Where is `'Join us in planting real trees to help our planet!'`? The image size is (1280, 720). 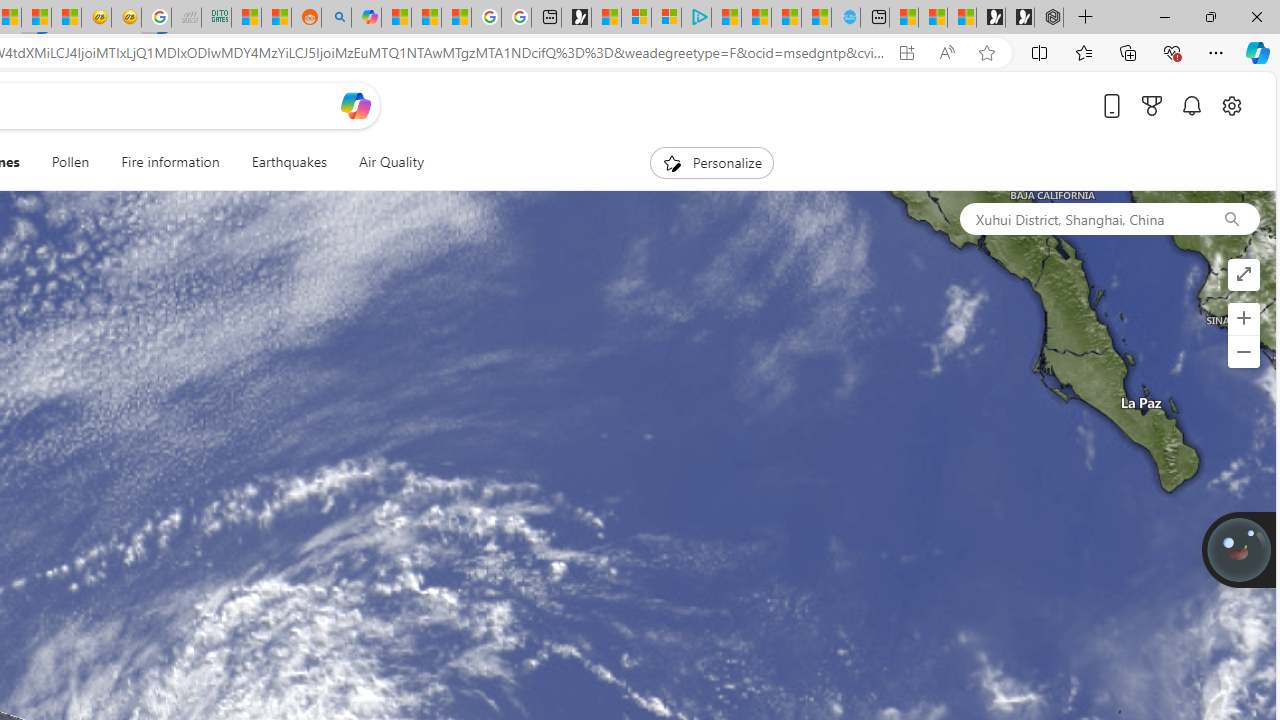
'Join us in planting real trees to help our planet!' is located at coordinates (1238, 548).